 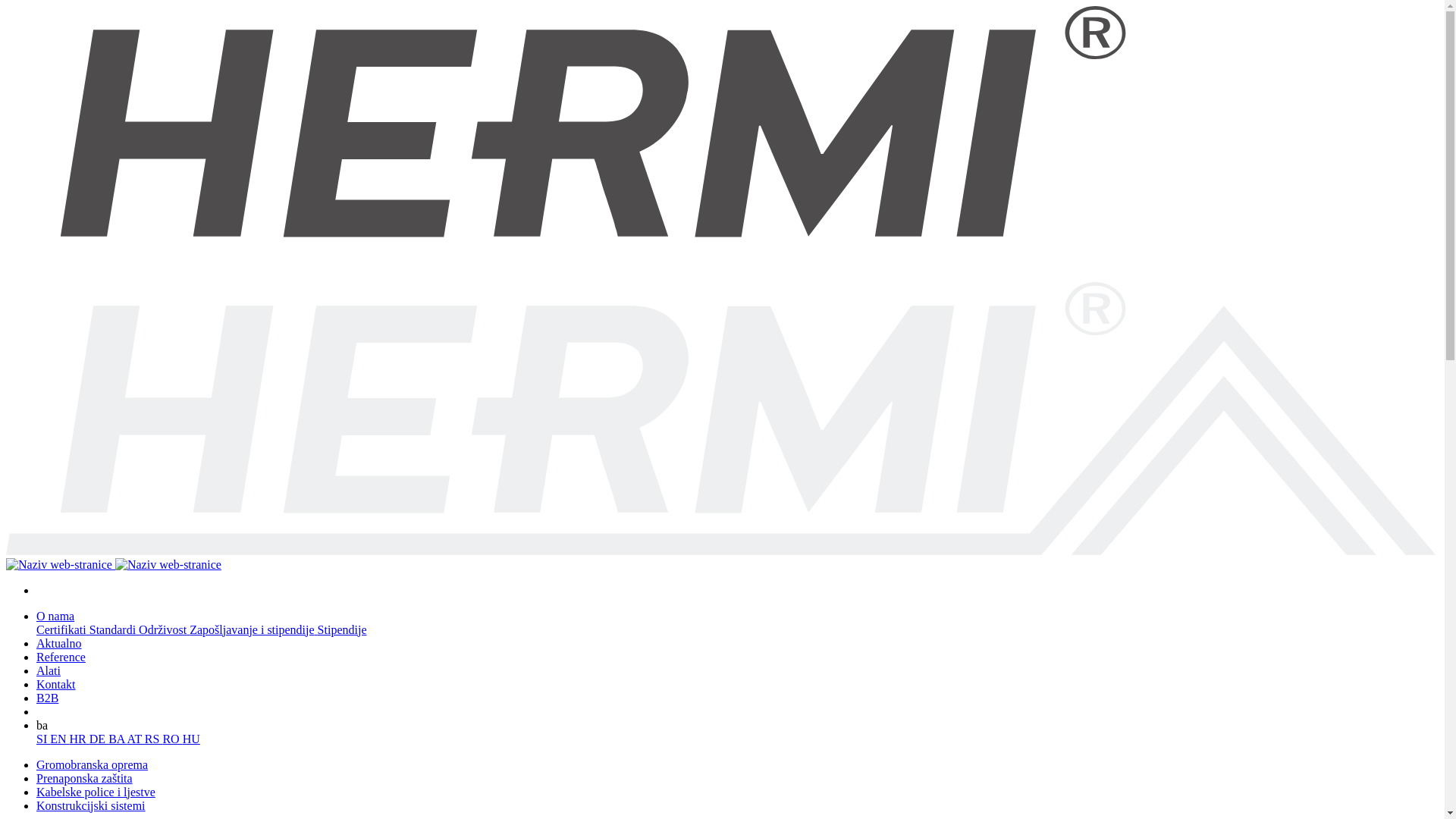 I want to click on 'AT', so click(x=136, y=738).